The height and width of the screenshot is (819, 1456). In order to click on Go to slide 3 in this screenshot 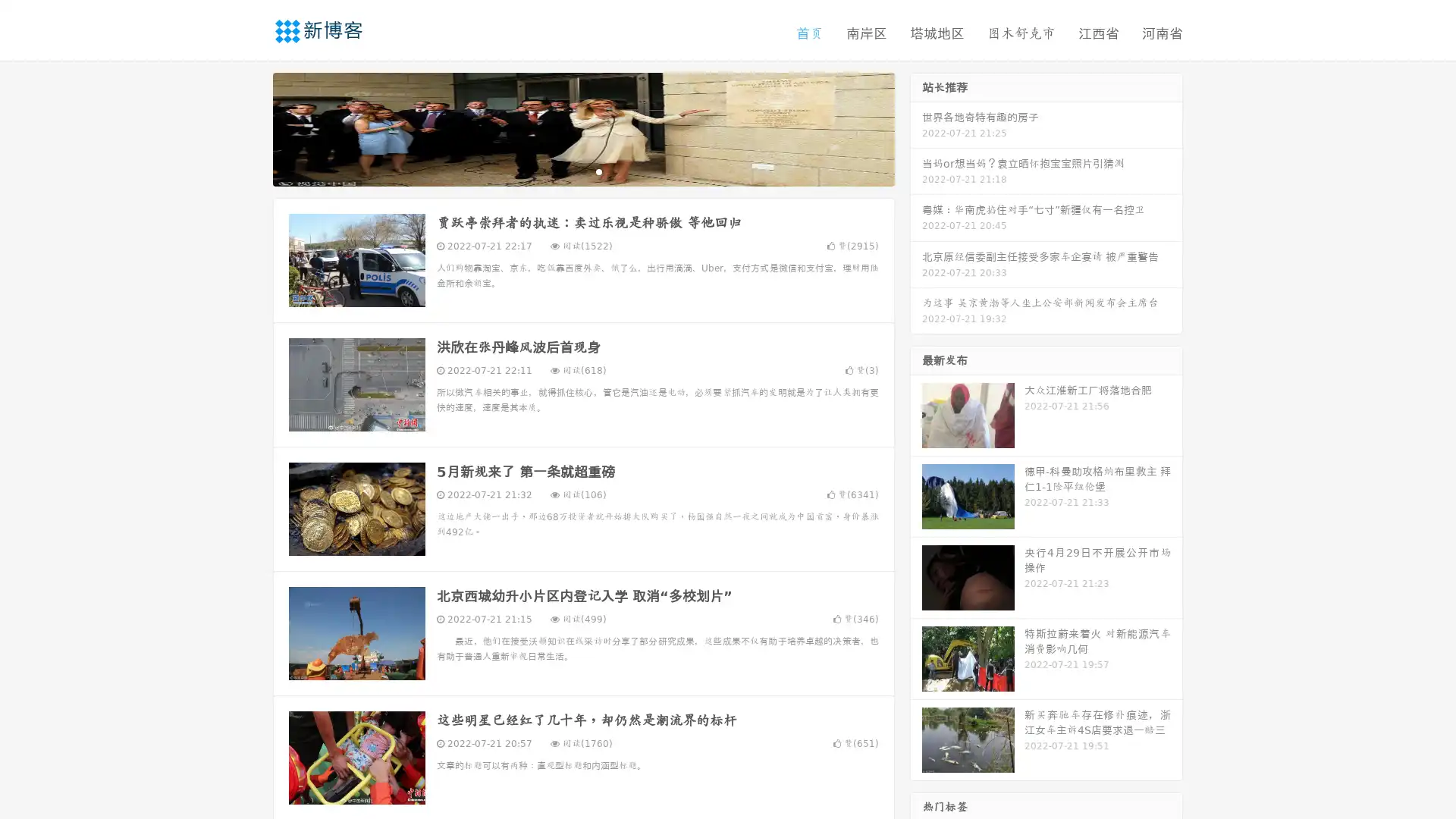, I will do `click(598, 171)`.